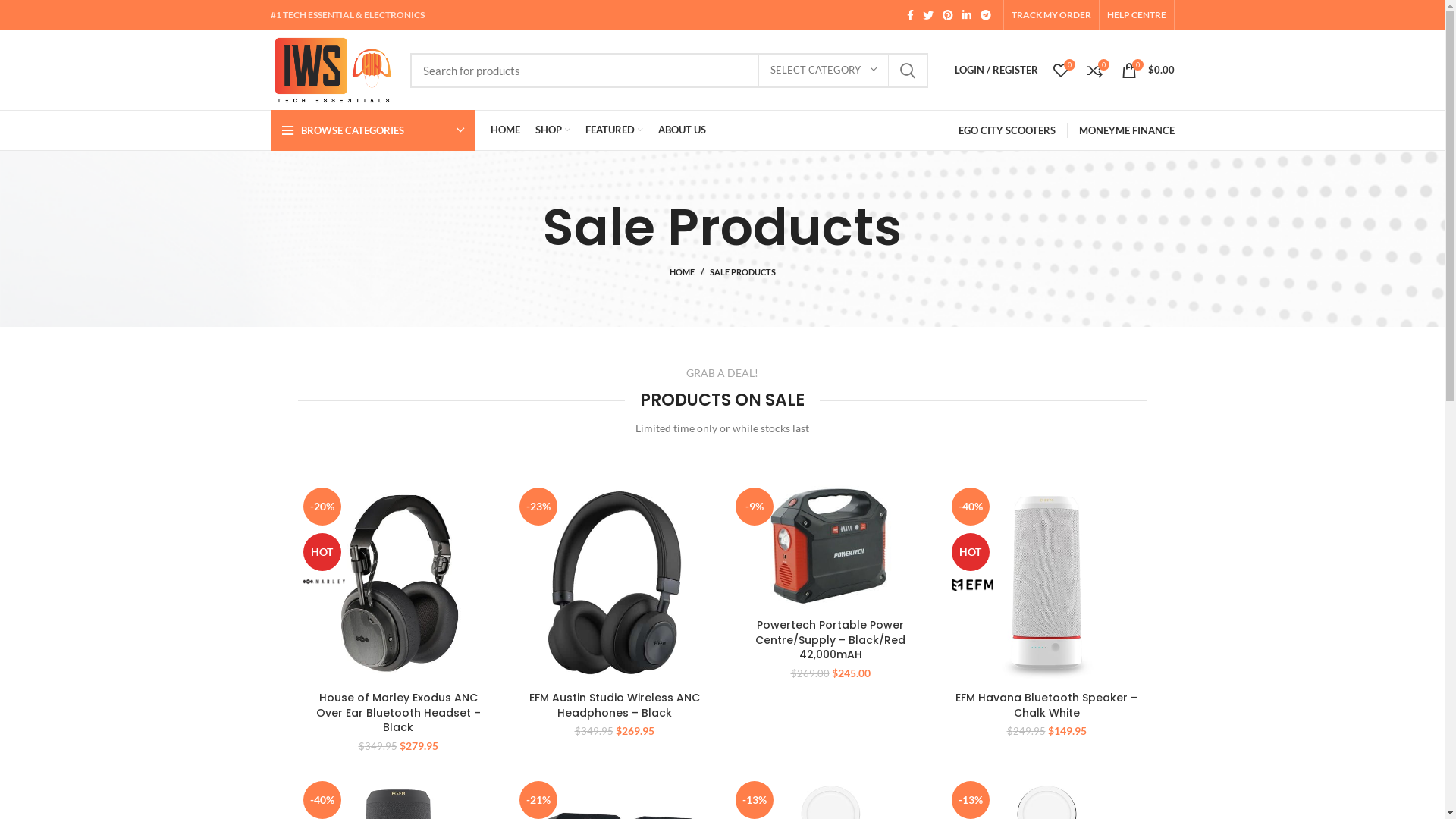 The height and width of the screenshot is (819, 1456). What do you see at coordinates (614, 130) in the screenshot?
I see `'FEATURED'` at bounding box center [614, 130].